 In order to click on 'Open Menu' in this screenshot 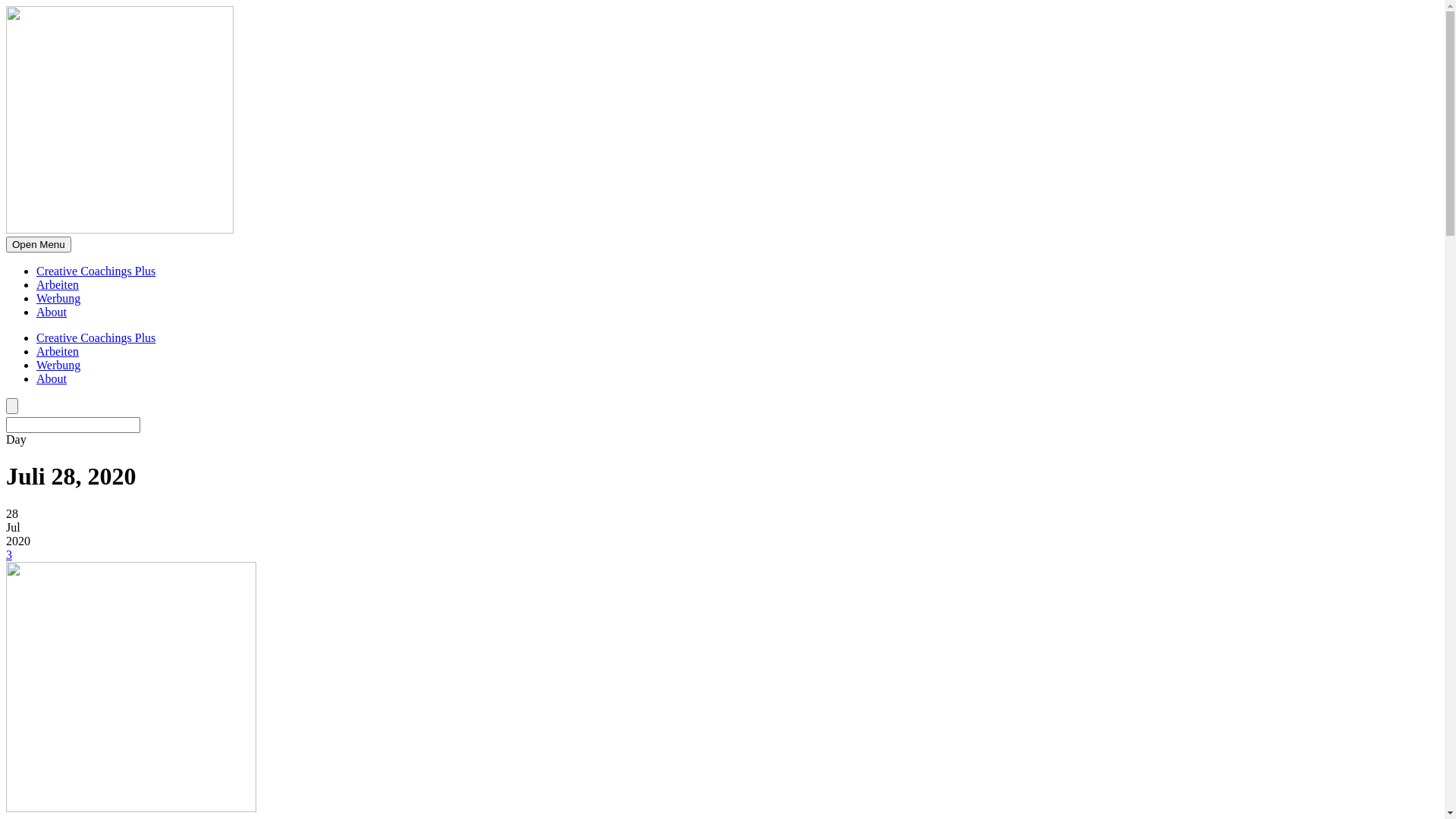, I will do `click(6, 243)`.